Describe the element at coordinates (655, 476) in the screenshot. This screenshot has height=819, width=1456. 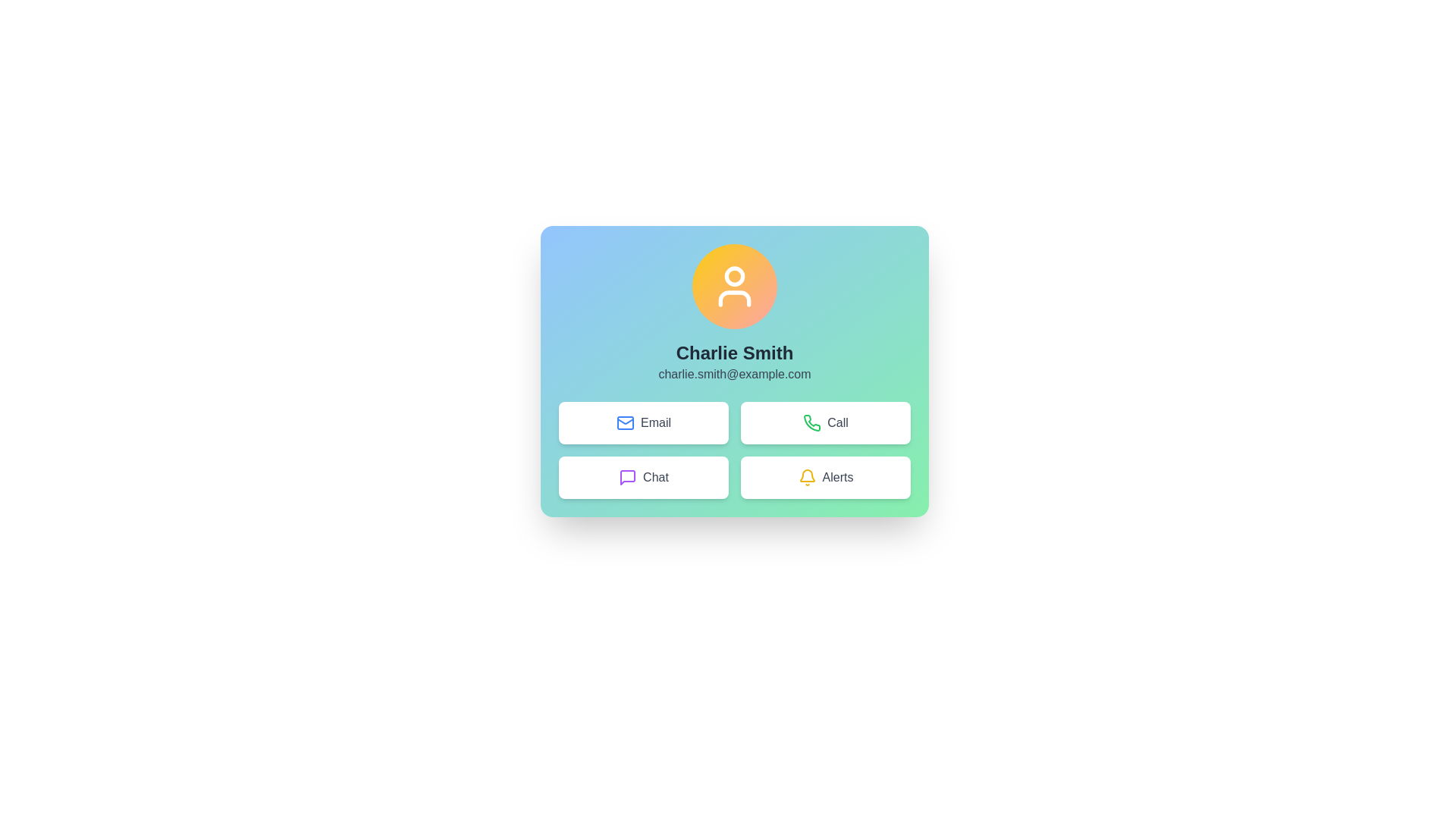
I see `the 'Chat' text label, which is part of a button featuring a speech bubble icon, located in the bottom-left section of a grid of options` at that location.